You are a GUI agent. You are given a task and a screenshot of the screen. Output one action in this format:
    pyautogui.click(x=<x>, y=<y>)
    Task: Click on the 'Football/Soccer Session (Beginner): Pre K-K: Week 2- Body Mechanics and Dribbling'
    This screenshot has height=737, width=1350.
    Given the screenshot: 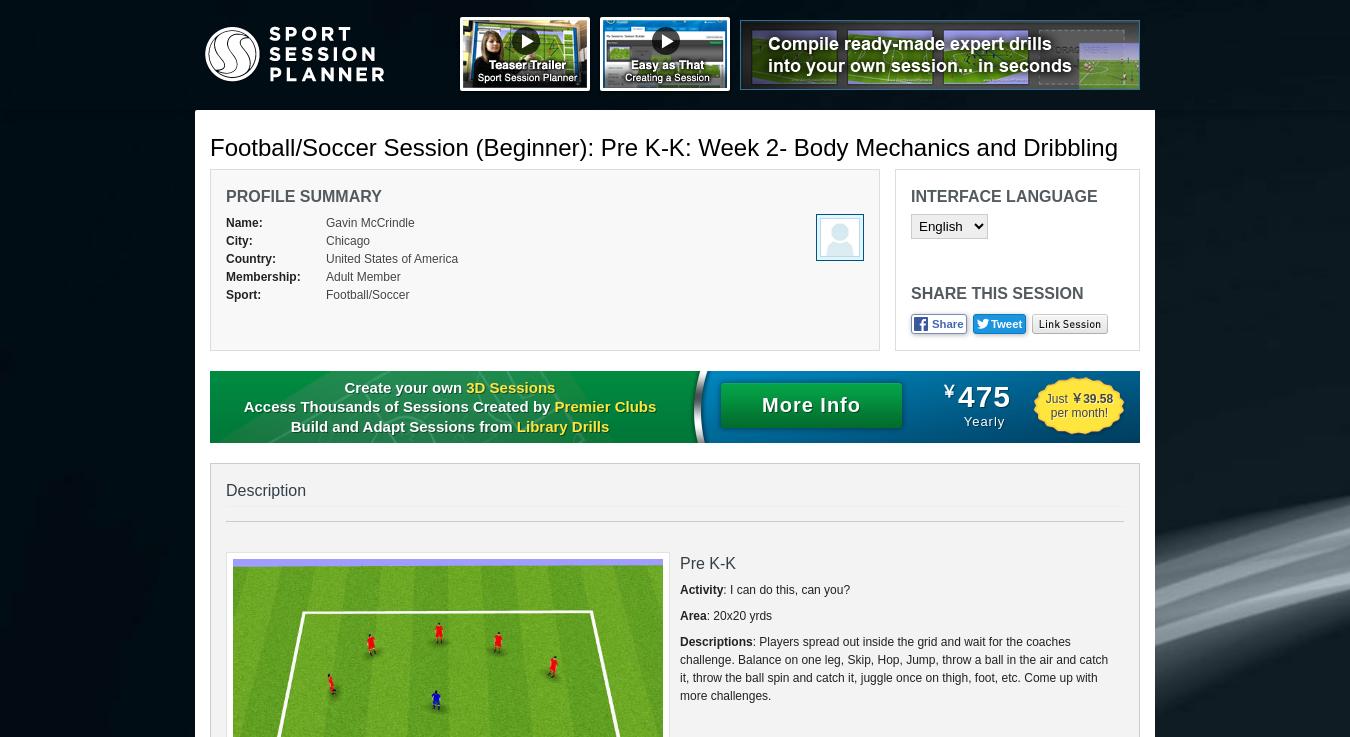 What is the action you would take?
    pyautogui.click(x=663, y=147)
    